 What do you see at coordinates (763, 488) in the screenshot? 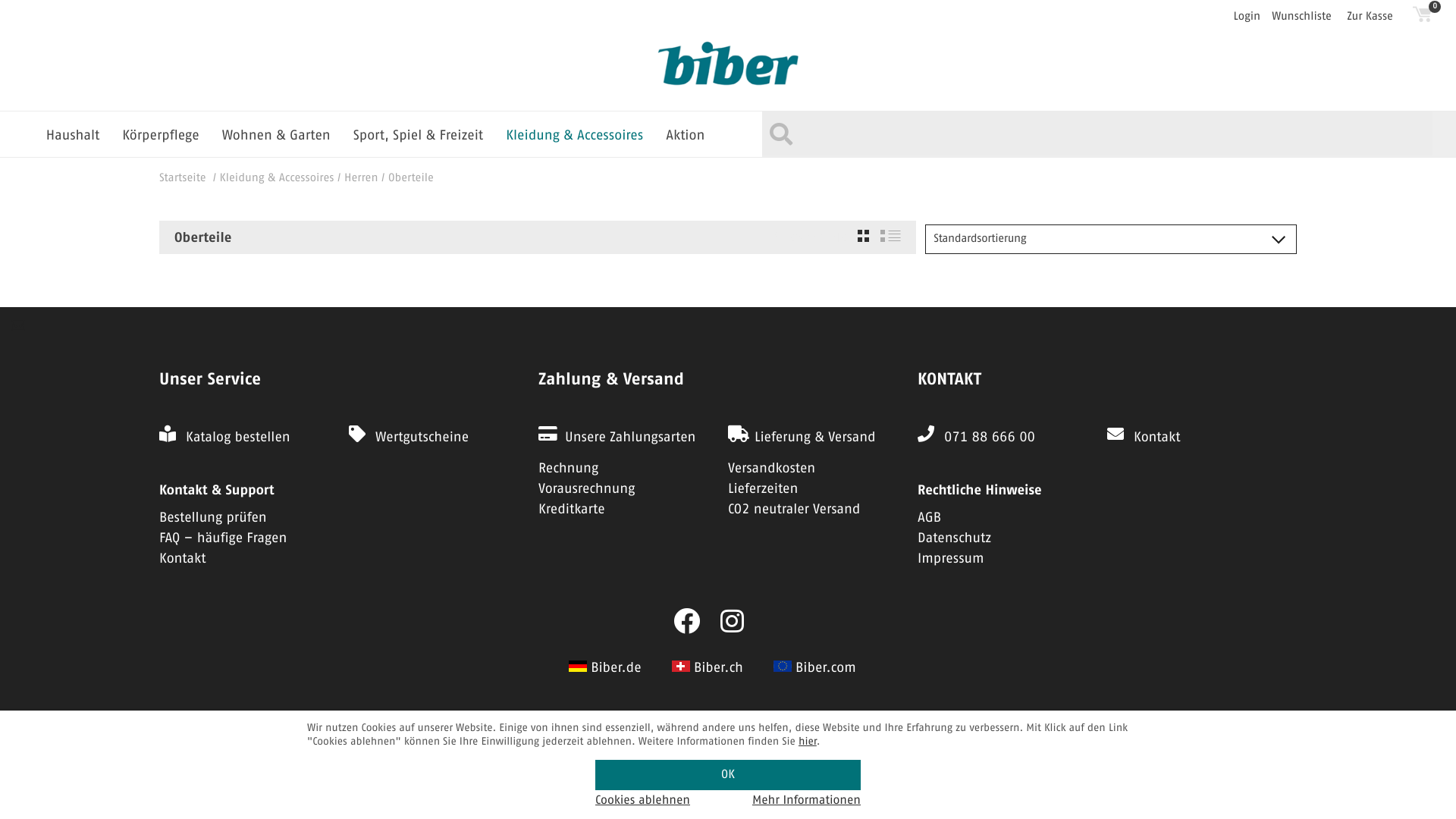
I see `'Lieferzeiten'` at bounding box center [763, 488].